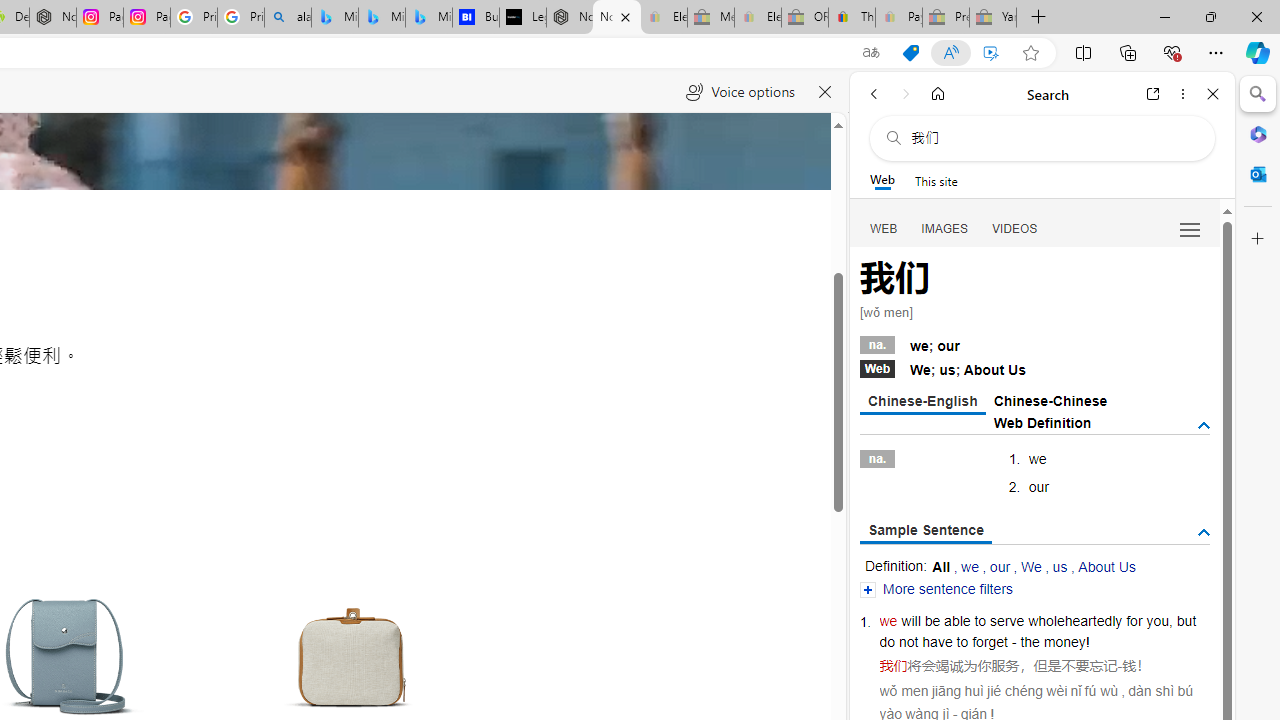 The width and height of the screenshot is (1280, 720). I want to click on 'Microsoft Bing Travel - Flights from Hong Kong to Bangkok', so click(335, 17).